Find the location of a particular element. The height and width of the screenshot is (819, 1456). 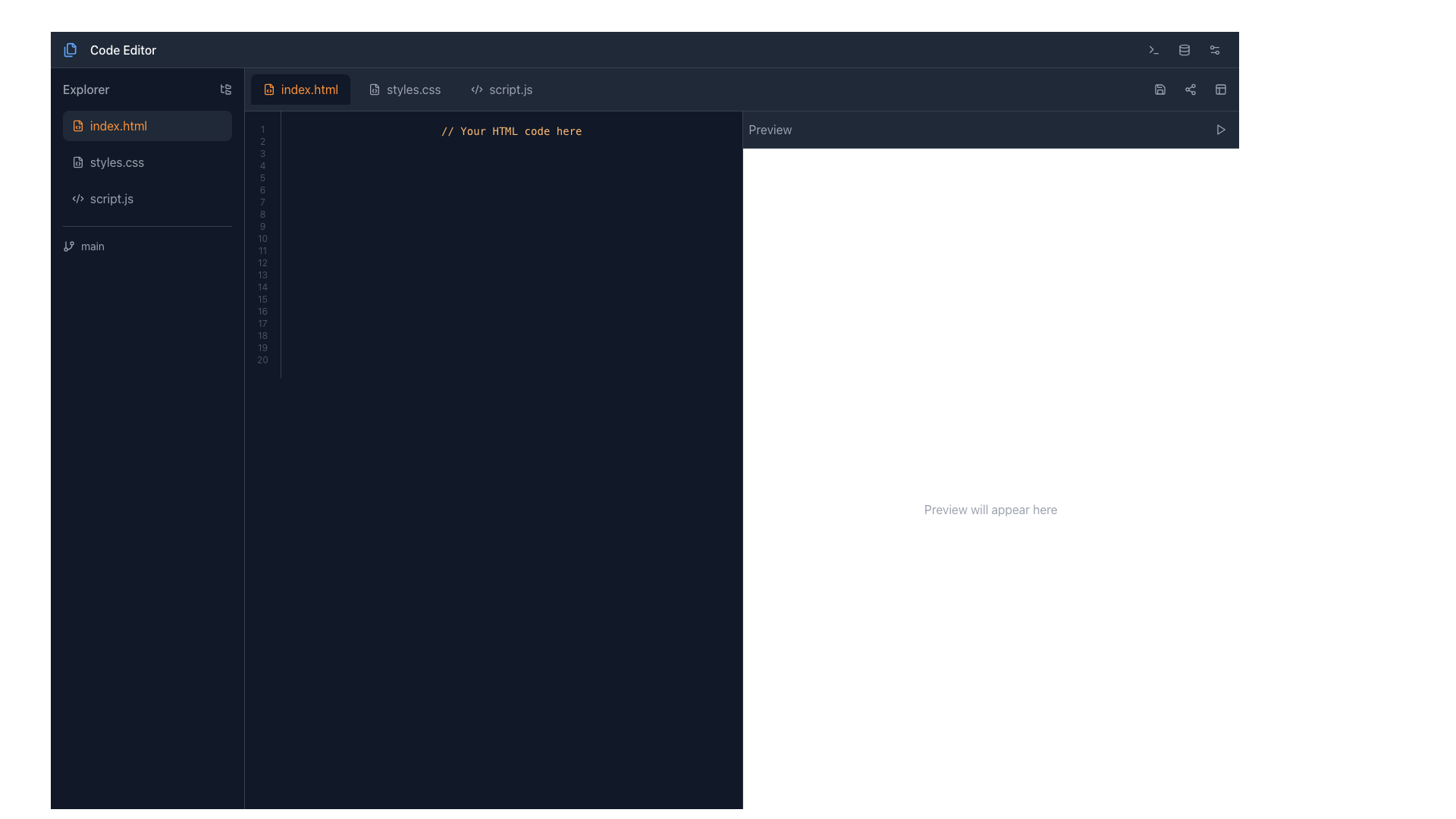

the database icon button located is located at coordinates (1183, 49).